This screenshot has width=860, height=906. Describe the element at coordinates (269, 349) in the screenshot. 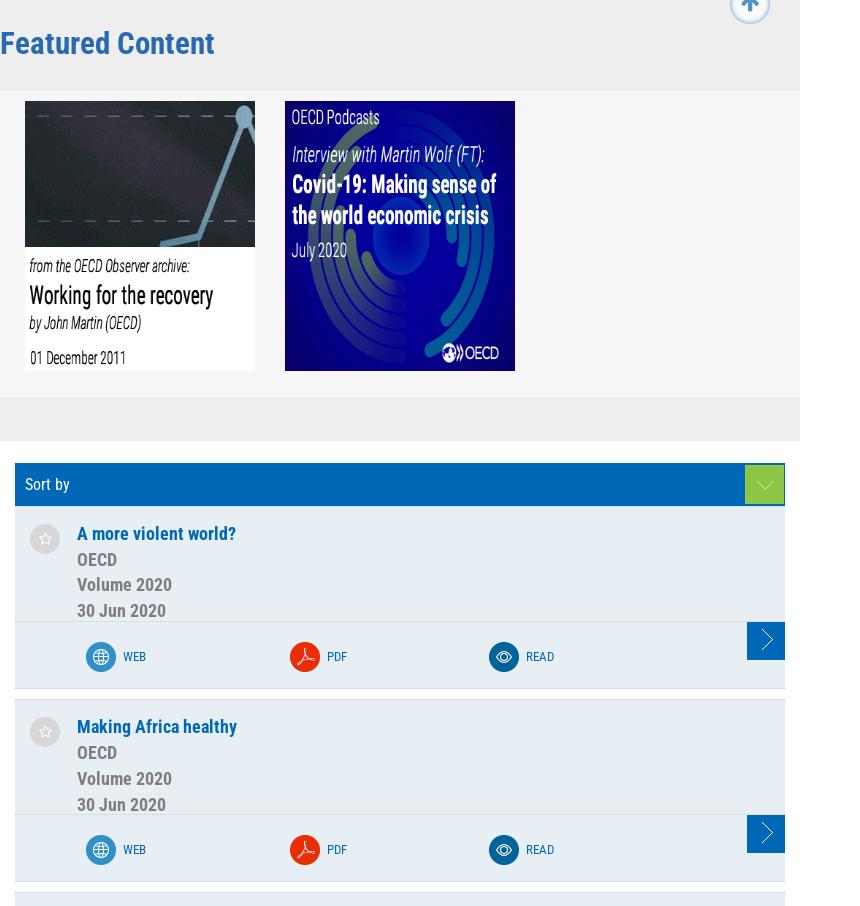

I see `'Volume 2005'` at that location.